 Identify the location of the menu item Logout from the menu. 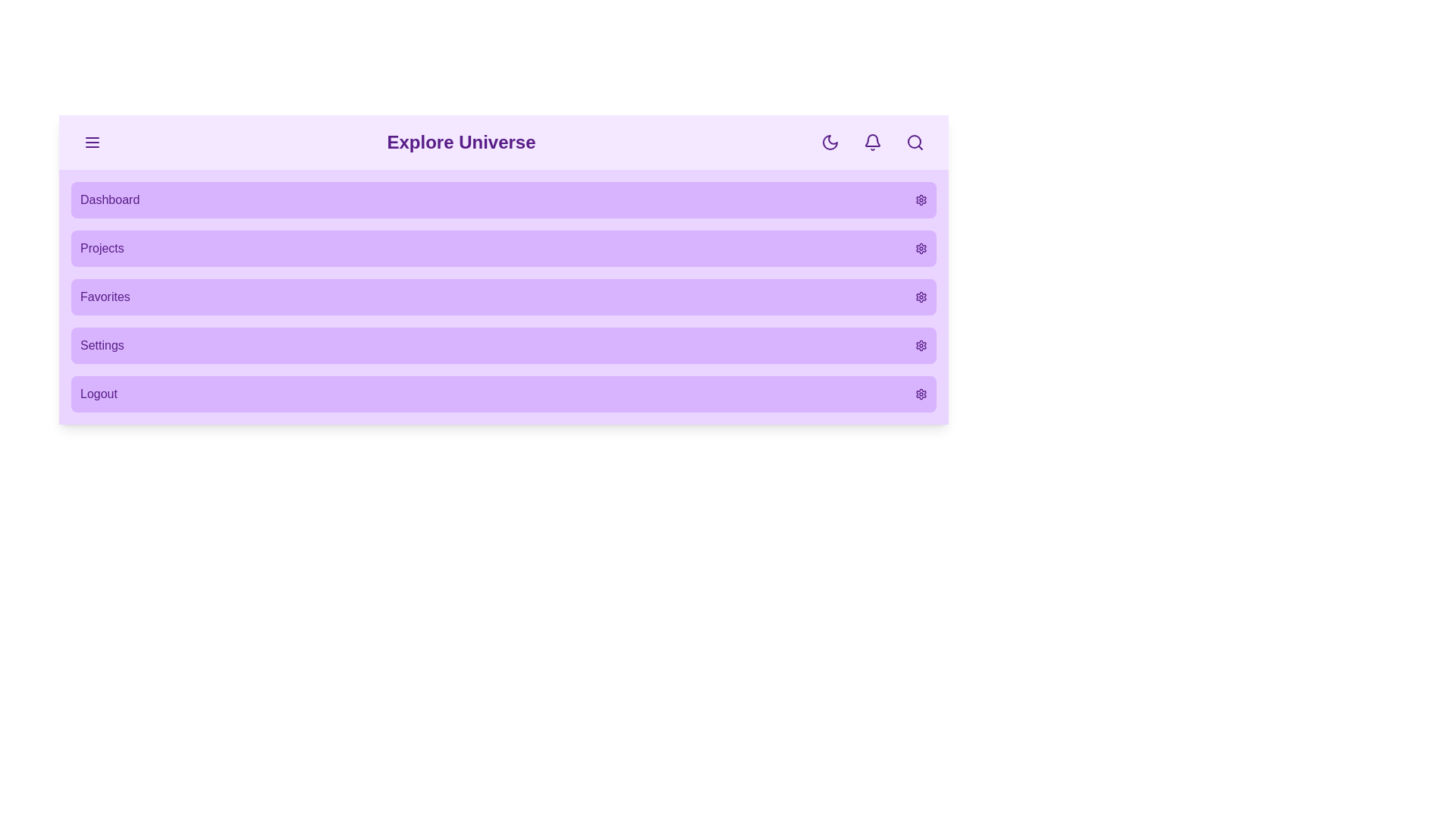
(504, 394).